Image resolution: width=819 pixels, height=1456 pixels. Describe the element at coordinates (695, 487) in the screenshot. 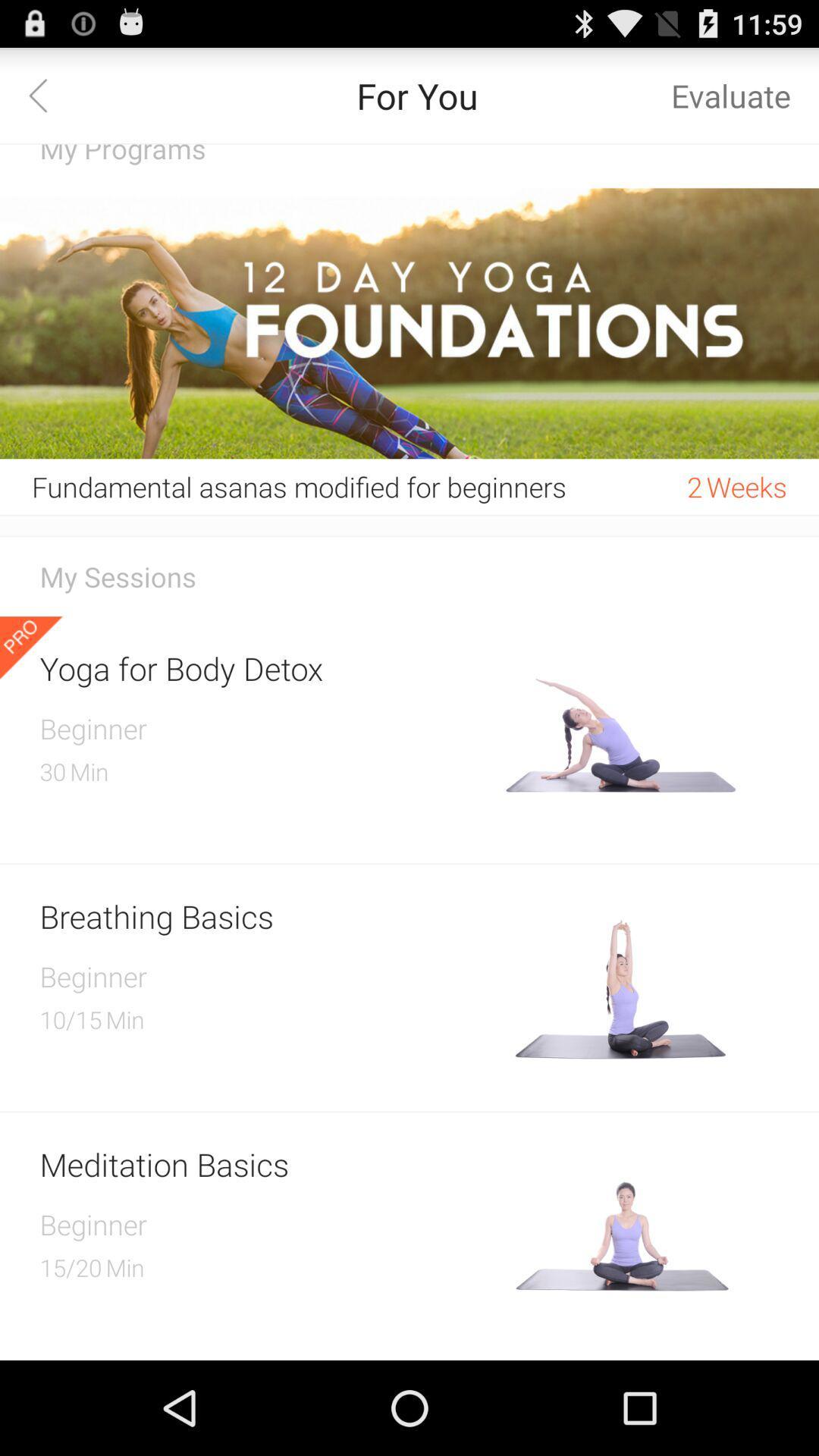

I see `the icon to the left of the weeks` at that location.